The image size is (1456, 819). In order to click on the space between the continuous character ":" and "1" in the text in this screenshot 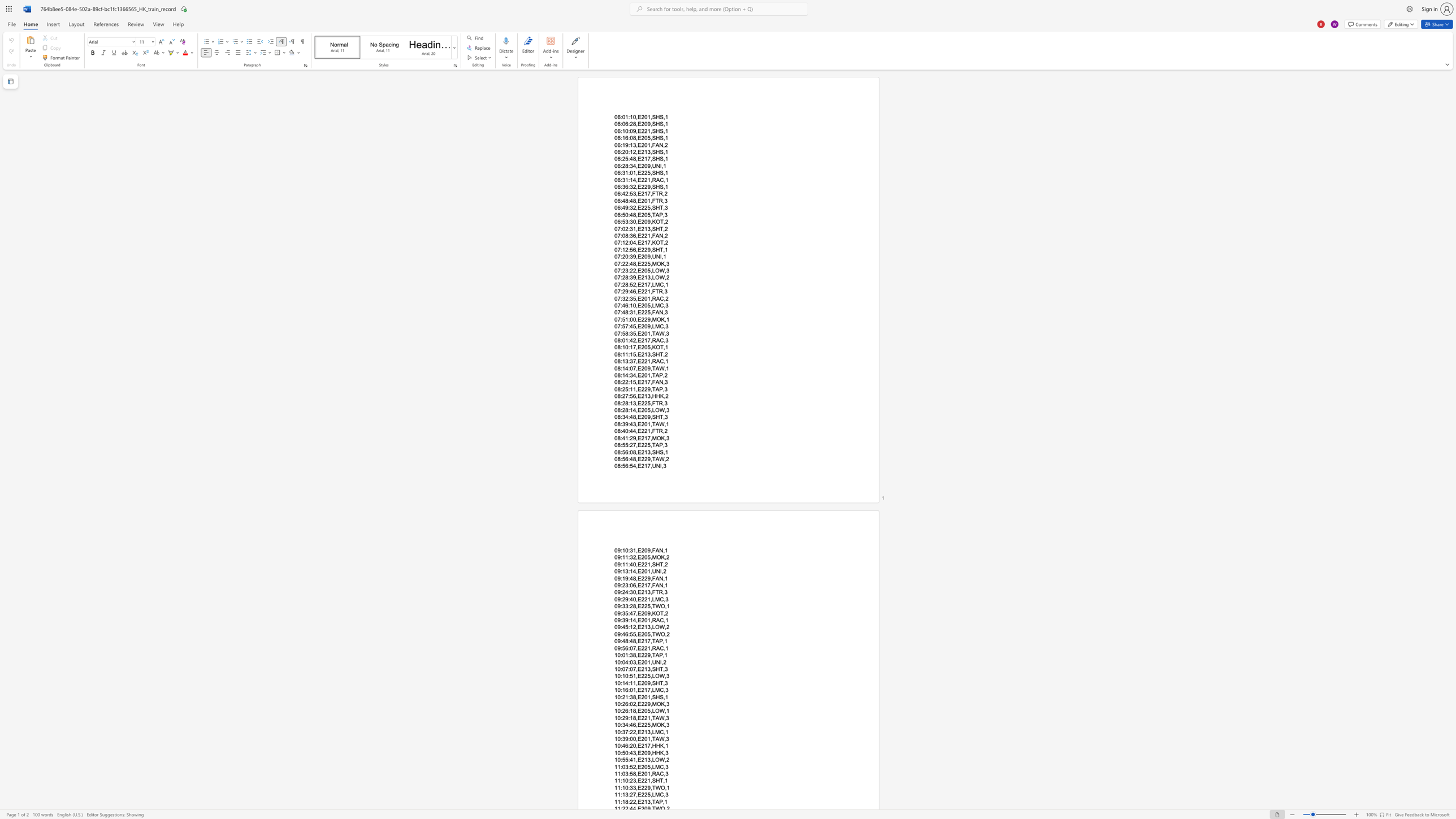, I will do `click(622, 249)`.